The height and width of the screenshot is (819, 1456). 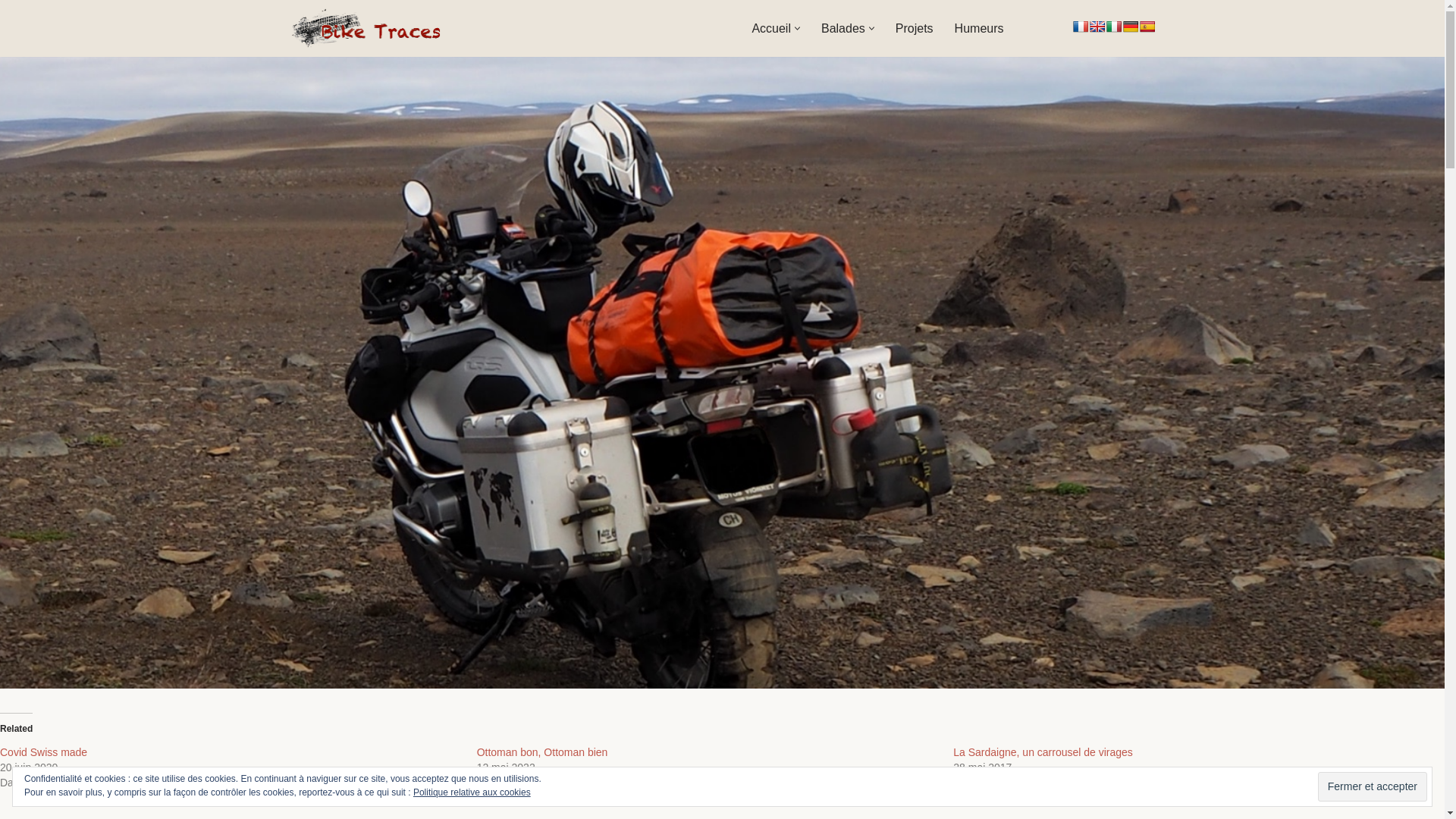 I want to click on 'Ottoman bon, Ottoman bien', so click(x=542, y=752).